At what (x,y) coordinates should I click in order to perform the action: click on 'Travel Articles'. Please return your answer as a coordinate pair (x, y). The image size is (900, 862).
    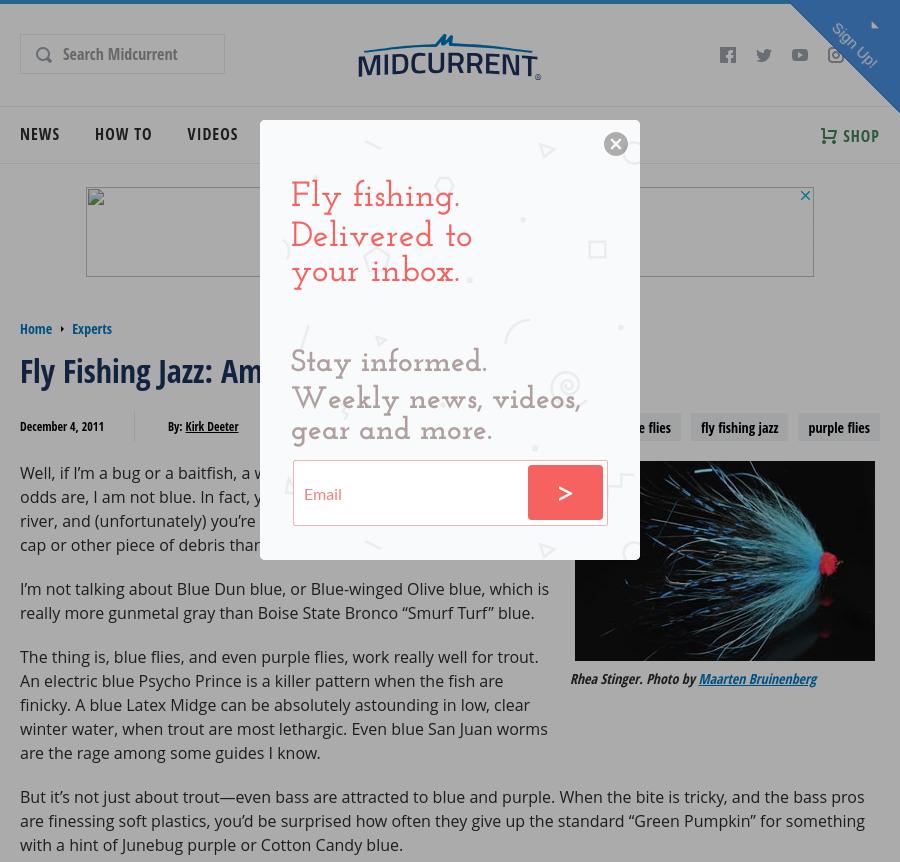
    Looking at the image, I should click on (538, 193).